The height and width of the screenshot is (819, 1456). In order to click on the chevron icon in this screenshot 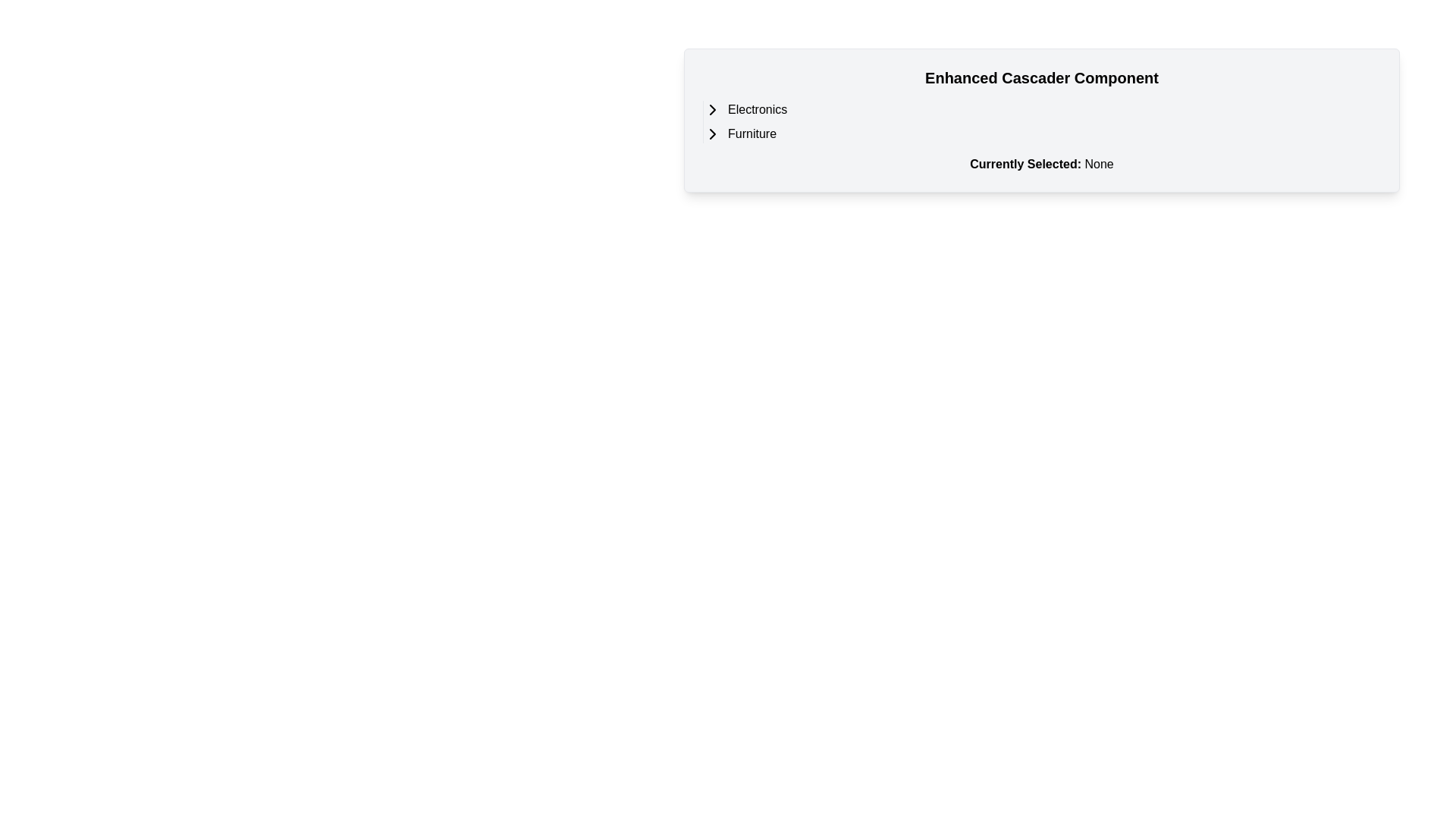, I will do `click(712, 109)`.